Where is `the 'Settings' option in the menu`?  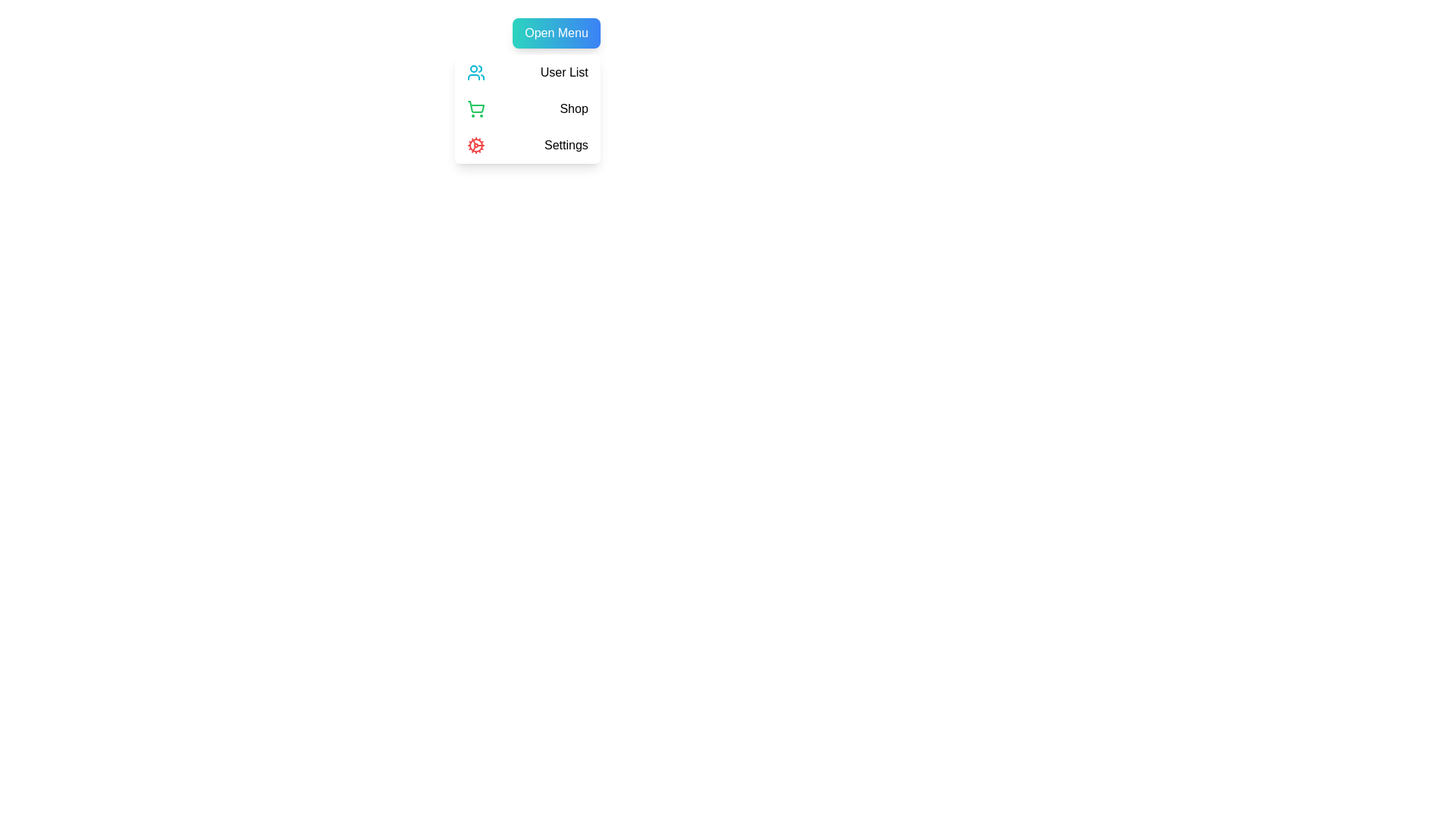 the 'Settings' option in the menu is located at coordinates (527, 146).